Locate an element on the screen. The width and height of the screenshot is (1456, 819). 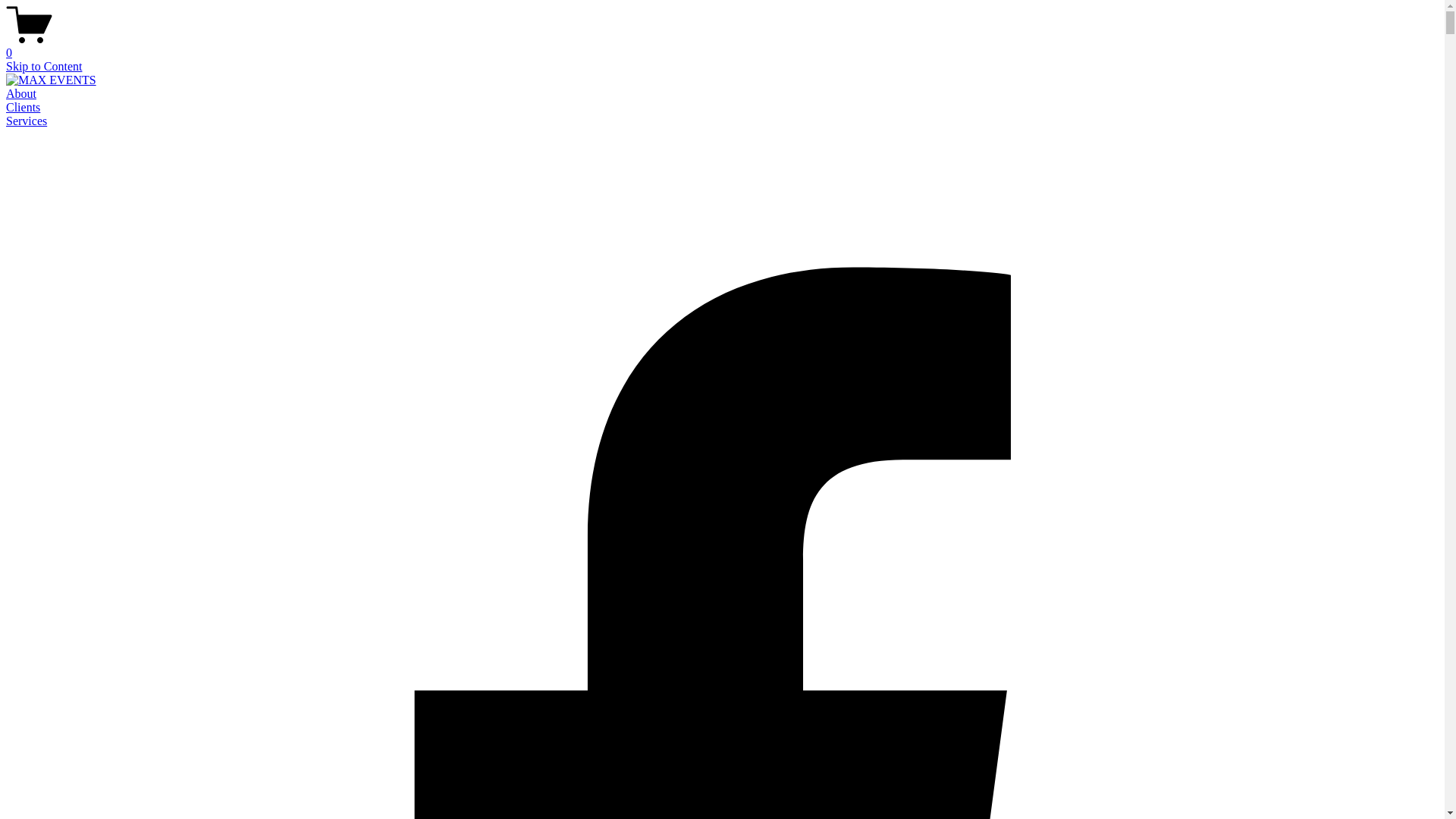
'Services' is located at coordinates (26, 120).